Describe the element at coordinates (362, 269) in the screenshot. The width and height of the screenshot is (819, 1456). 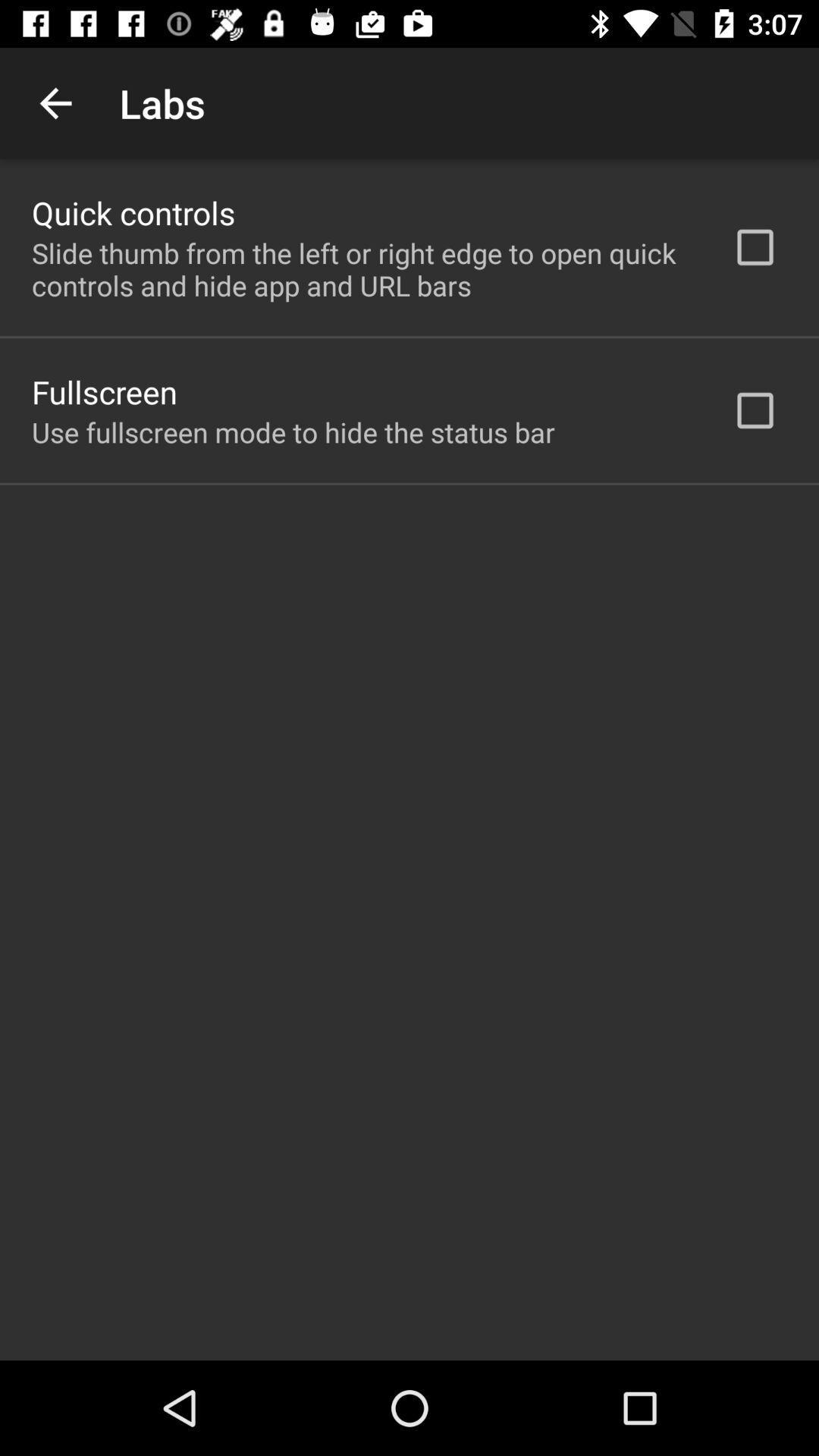
I see `item below the quick controls item` at that location.